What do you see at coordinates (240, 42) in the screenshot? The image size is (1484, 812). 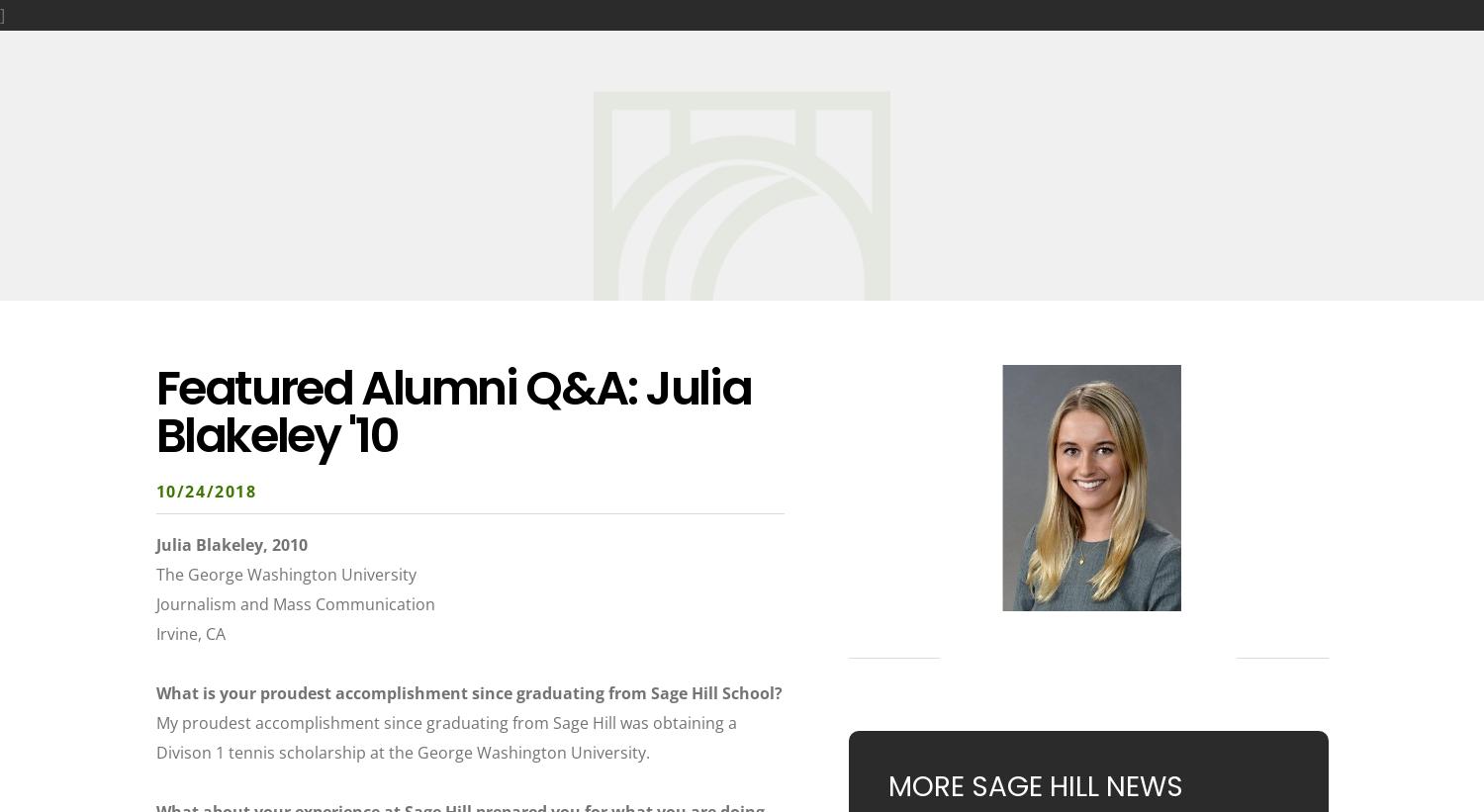 I see `'About'` at bounding box center [240, 42].